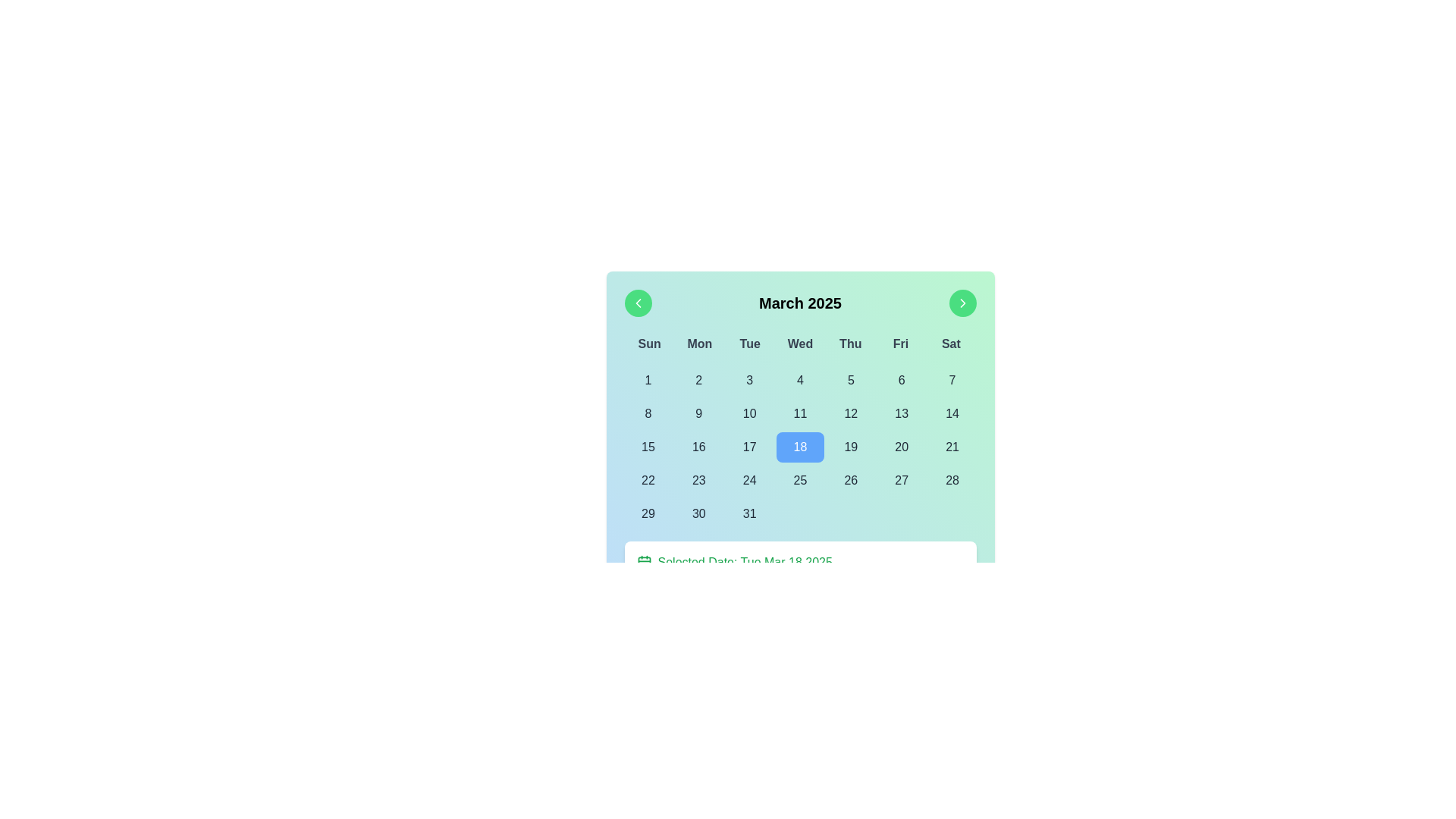  I want to click on the button displaying the number '5', so click(851, 379).